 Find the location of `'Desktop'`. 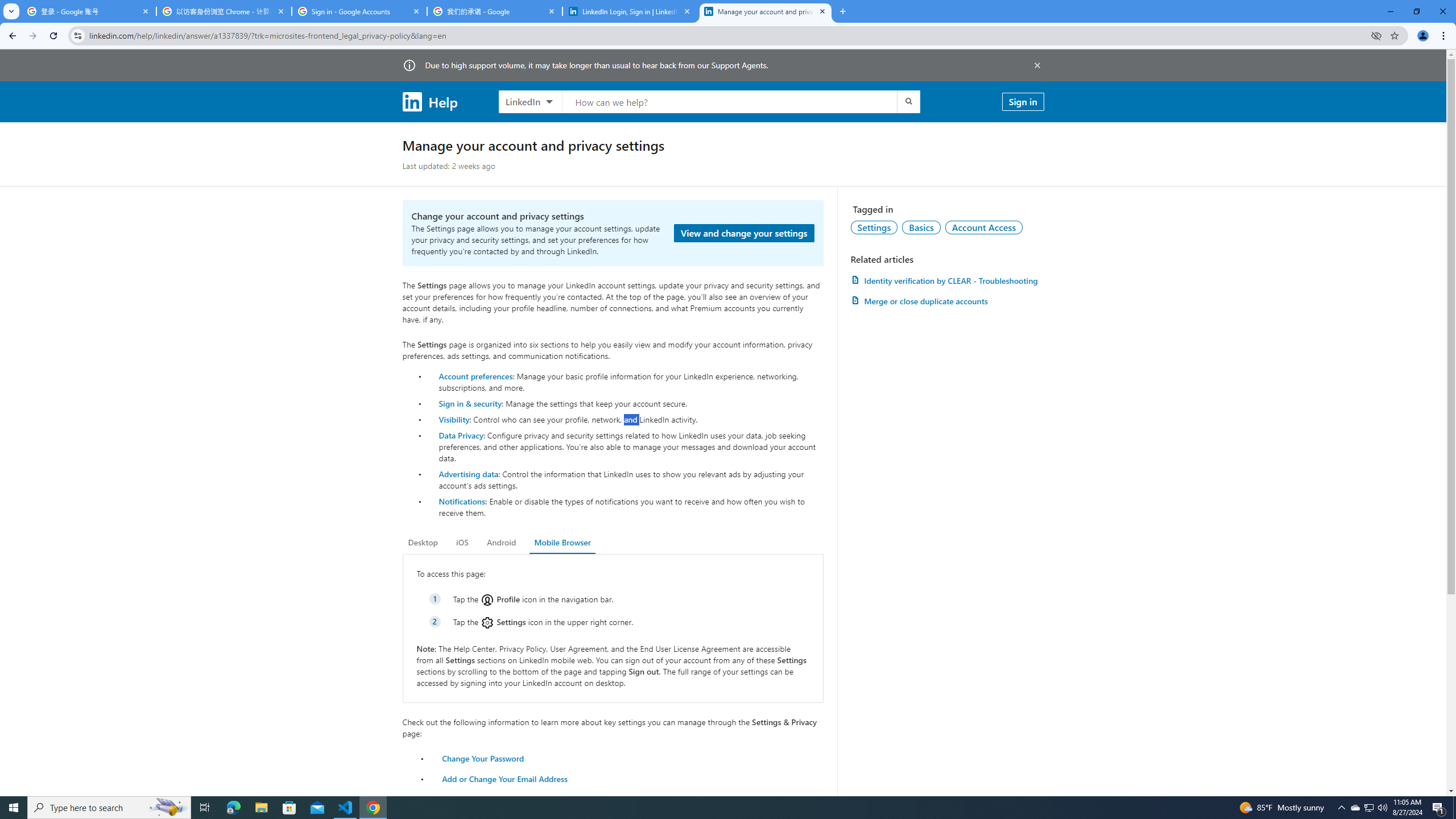

'Desktop' is located at coordinates (422, 542).